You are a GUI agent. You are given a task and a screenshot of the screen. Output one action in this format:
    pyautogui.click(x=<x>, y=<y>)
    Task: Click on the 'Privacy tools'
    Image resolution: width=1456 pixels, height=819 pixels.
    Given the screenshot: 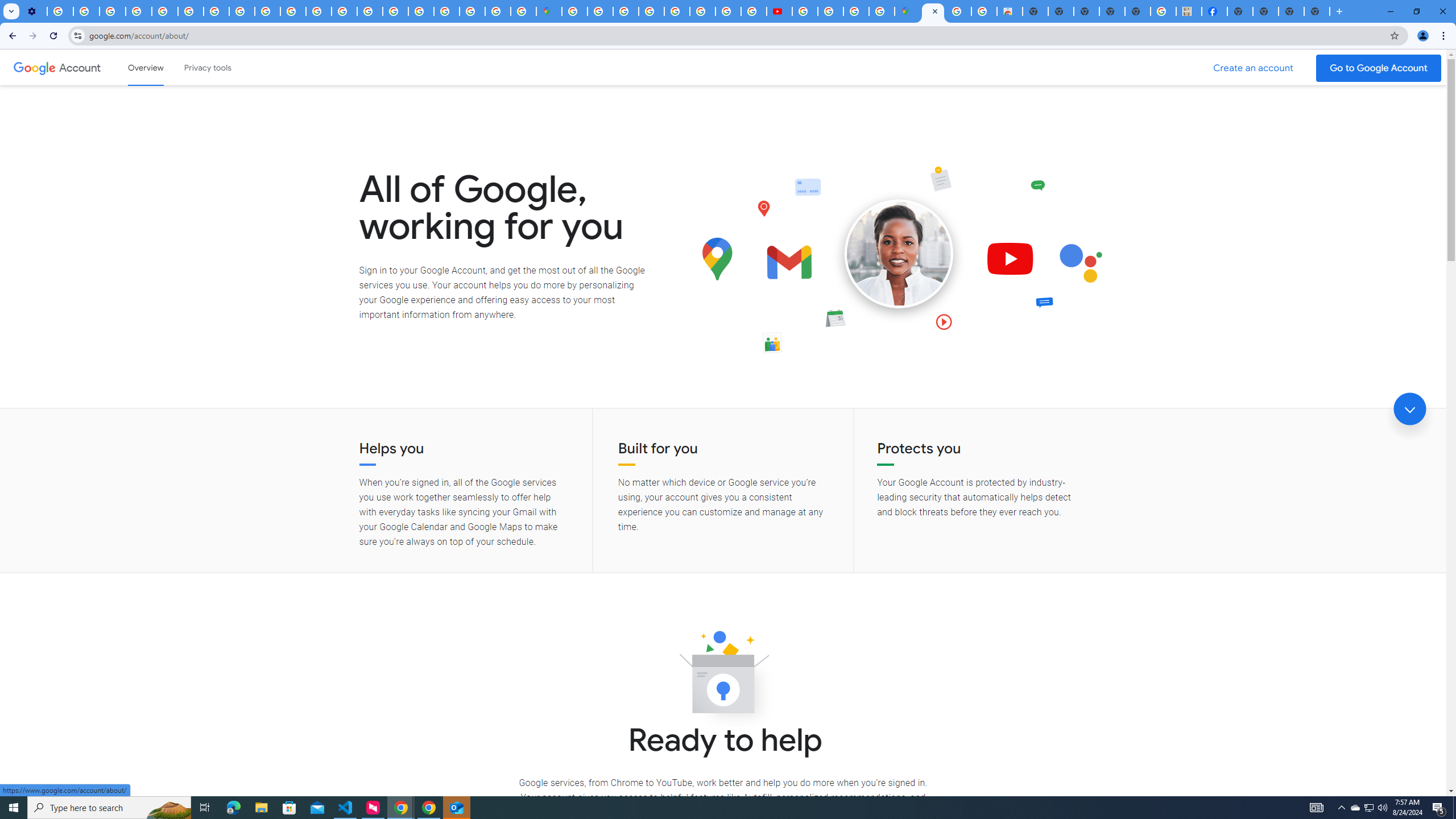 What is the action you would take?
    pyautogui.click(x=206, y=67)
    